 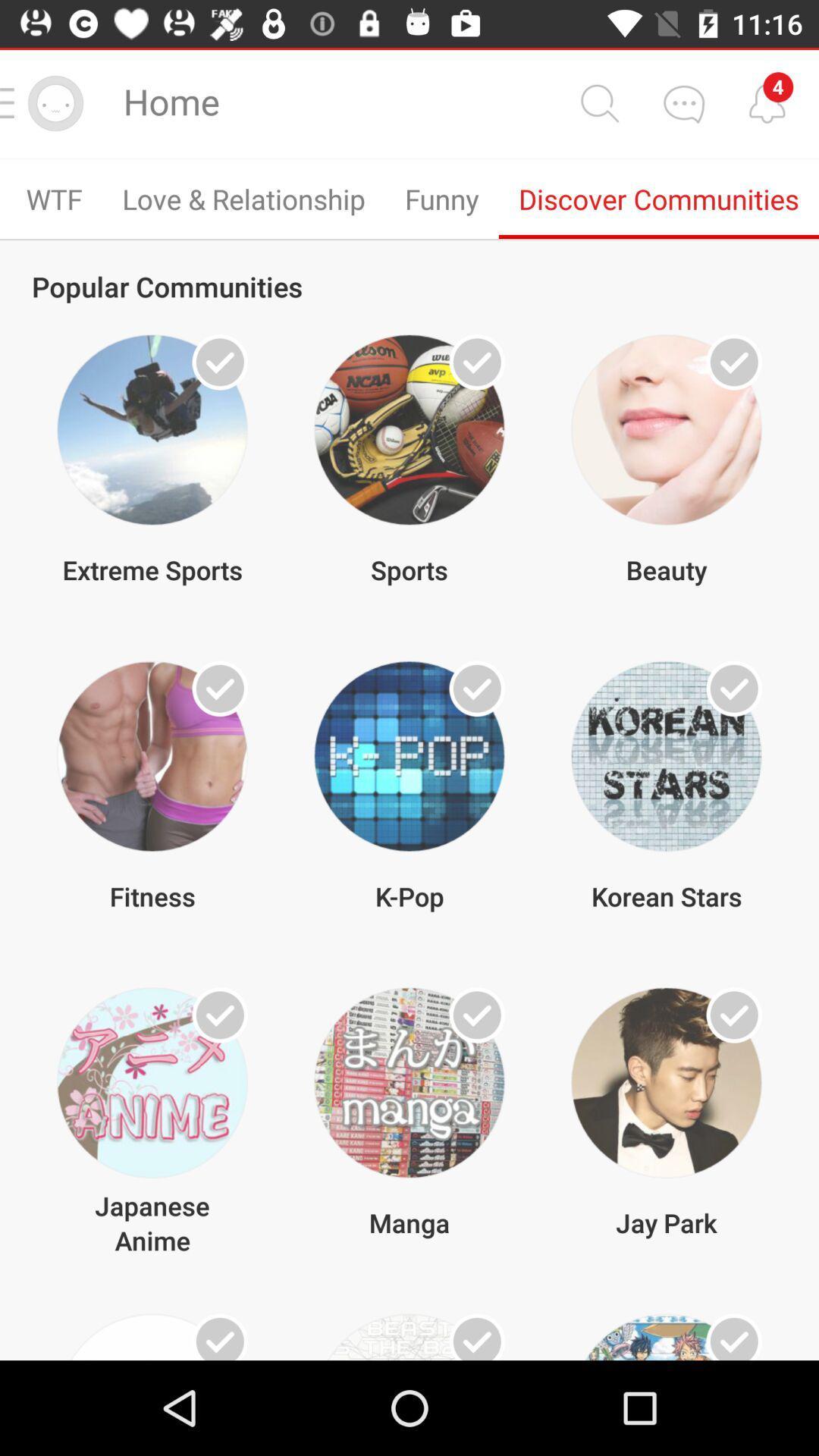 I want to click on check interest box, so click(x=476, y=361).